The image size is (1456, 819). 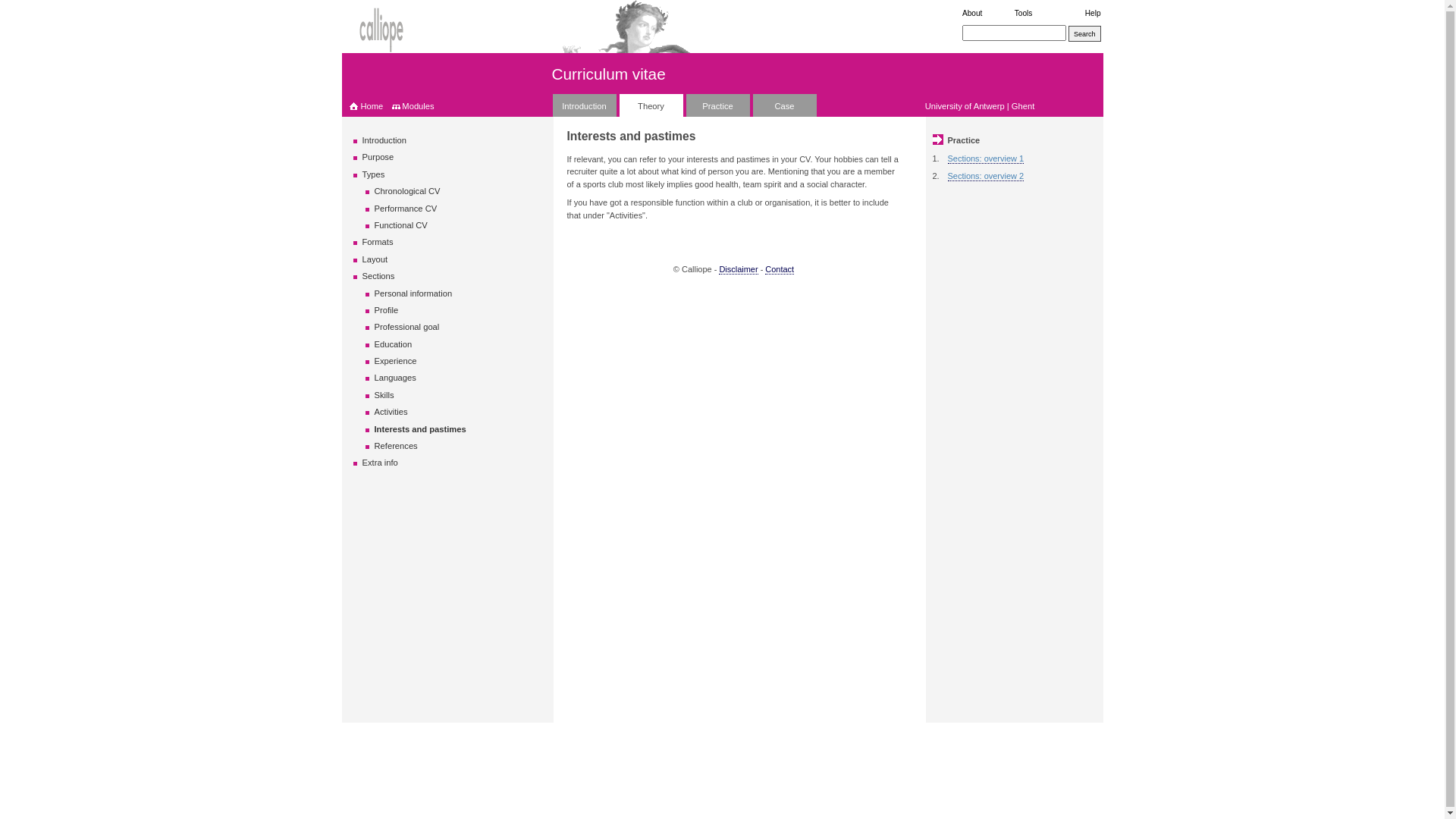 What do you see at coordinates (1093, 13) in the screenshot?
I see `'Help'` at bounding box center [1093, 13].